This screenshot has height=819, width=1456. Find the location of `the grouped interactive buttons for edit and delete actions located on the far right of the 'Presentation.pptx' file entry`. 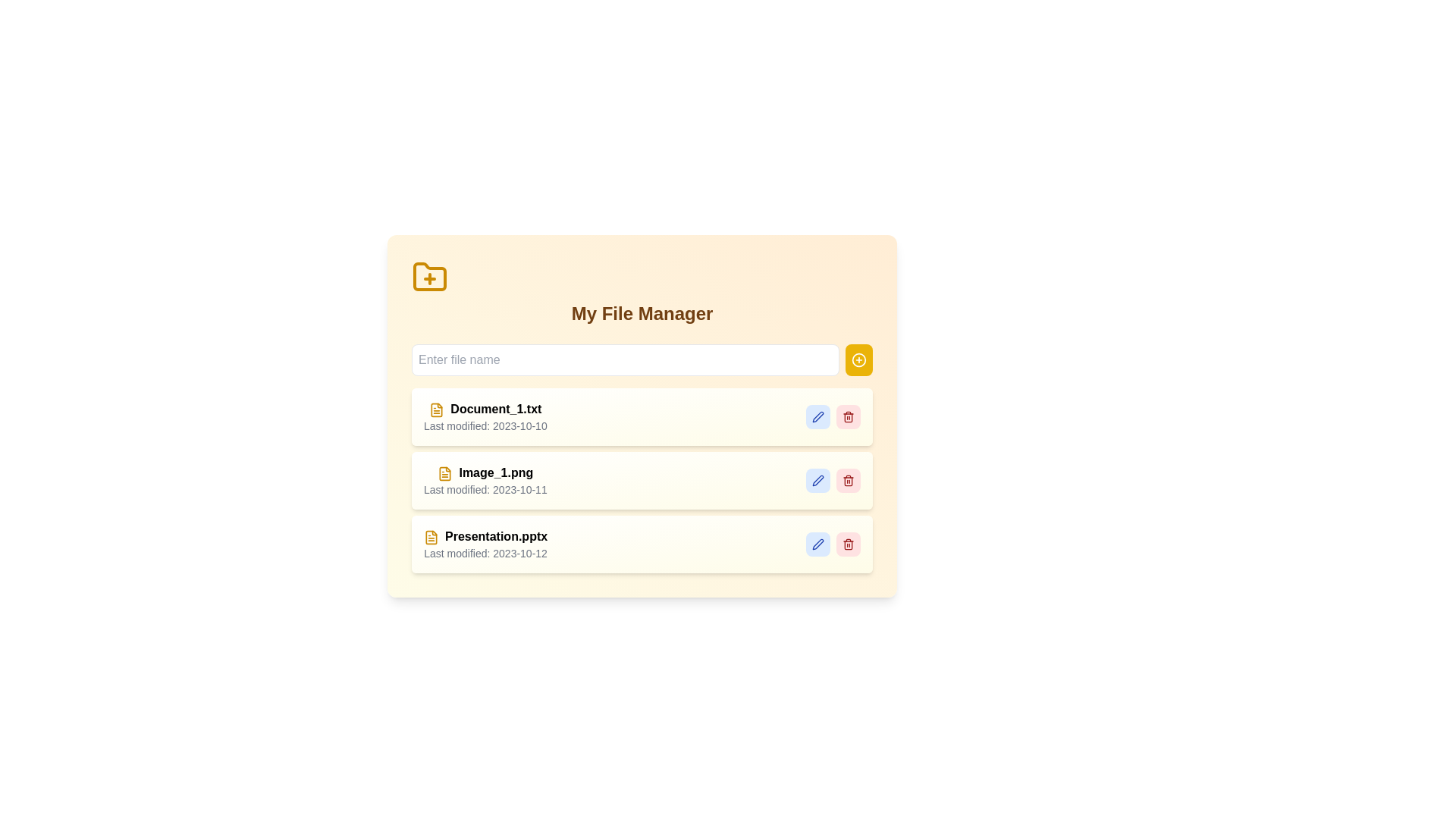

the grouped interactive buttons for edit and delete actions located on the far right of the 'Presentation.pptx' file entry is located at coordinates (833, 543).